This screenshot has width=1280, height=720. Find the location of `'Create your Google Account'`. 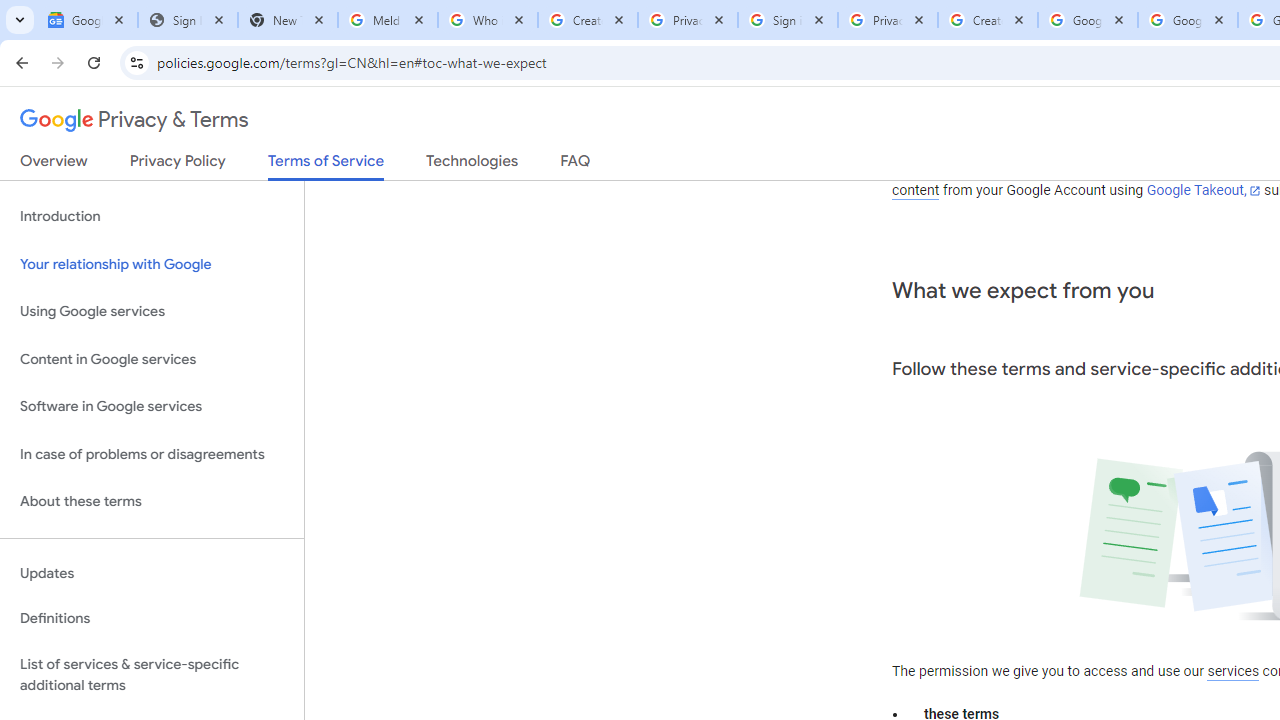

'Create your Google Account' is located at coordinates (988, 20).